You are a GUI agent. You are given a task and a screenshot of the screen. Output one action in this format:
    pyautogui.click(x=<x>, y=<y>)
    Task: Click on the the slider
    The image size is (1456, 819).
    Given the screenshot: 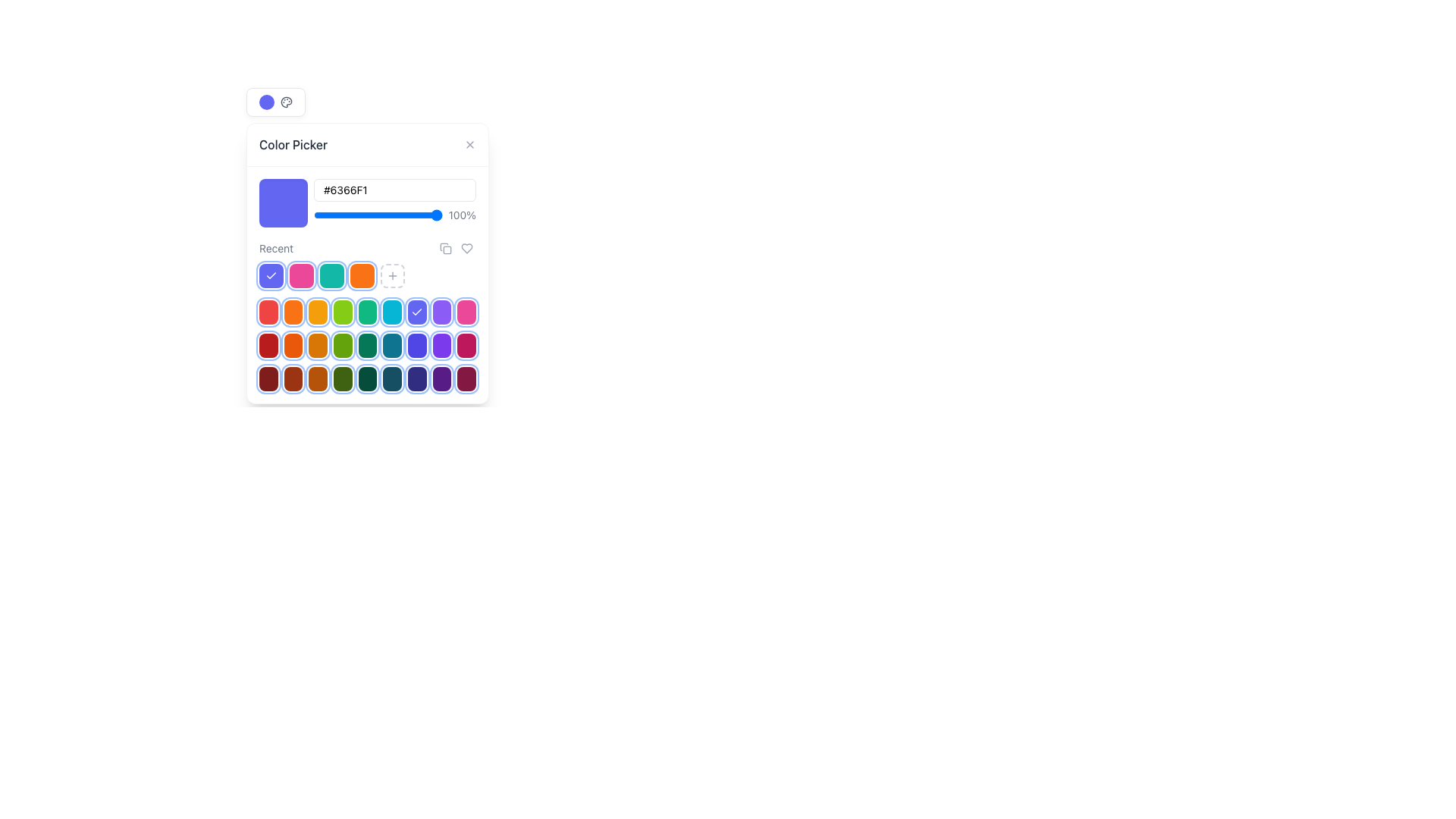 What is the action you would take?
    pyautogui.click(x=370, y=215)
    